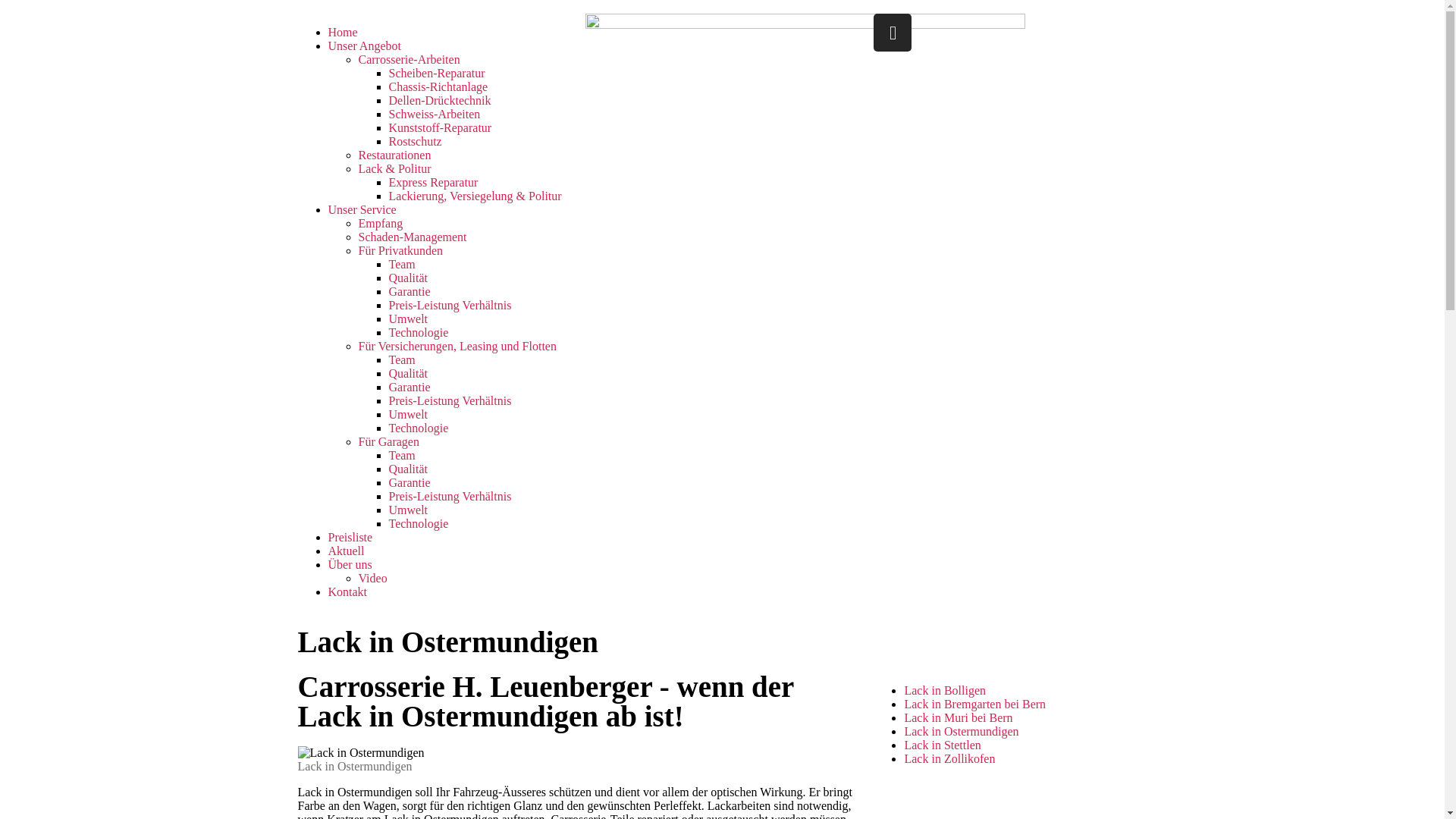 Image resolution: width=1456 pixels, height=819 pixels. Describe the element at coordinates (974, 704) in the screenshot. I see `'Lack in Bremgarten bei Bern'` at that location.